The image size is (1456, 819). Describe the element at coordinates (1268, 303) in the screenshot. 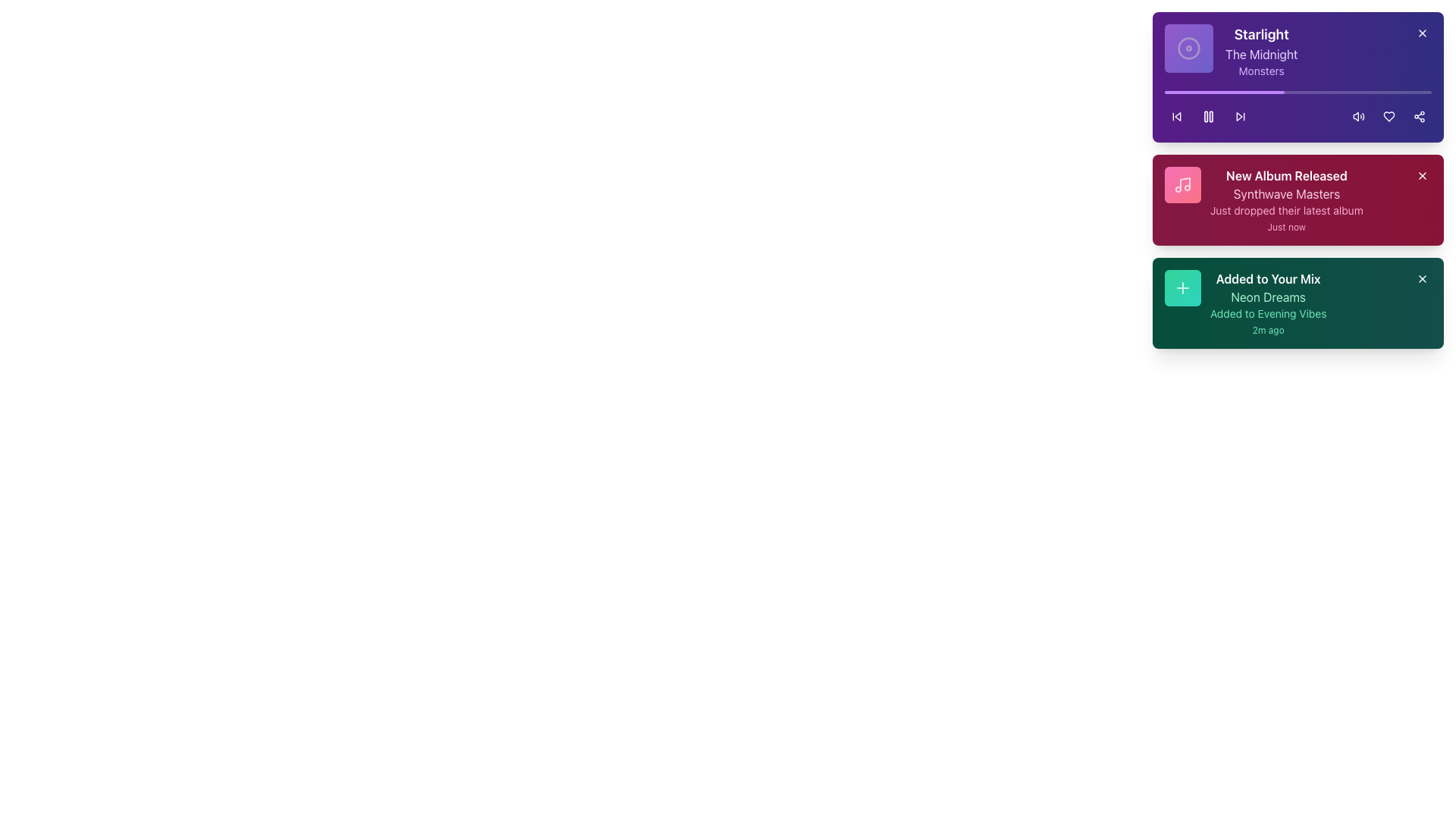

I see `text content displayed in the notification Text block located in the bottom card of the right stack, next to the green square icon with a plus sign` at that location.